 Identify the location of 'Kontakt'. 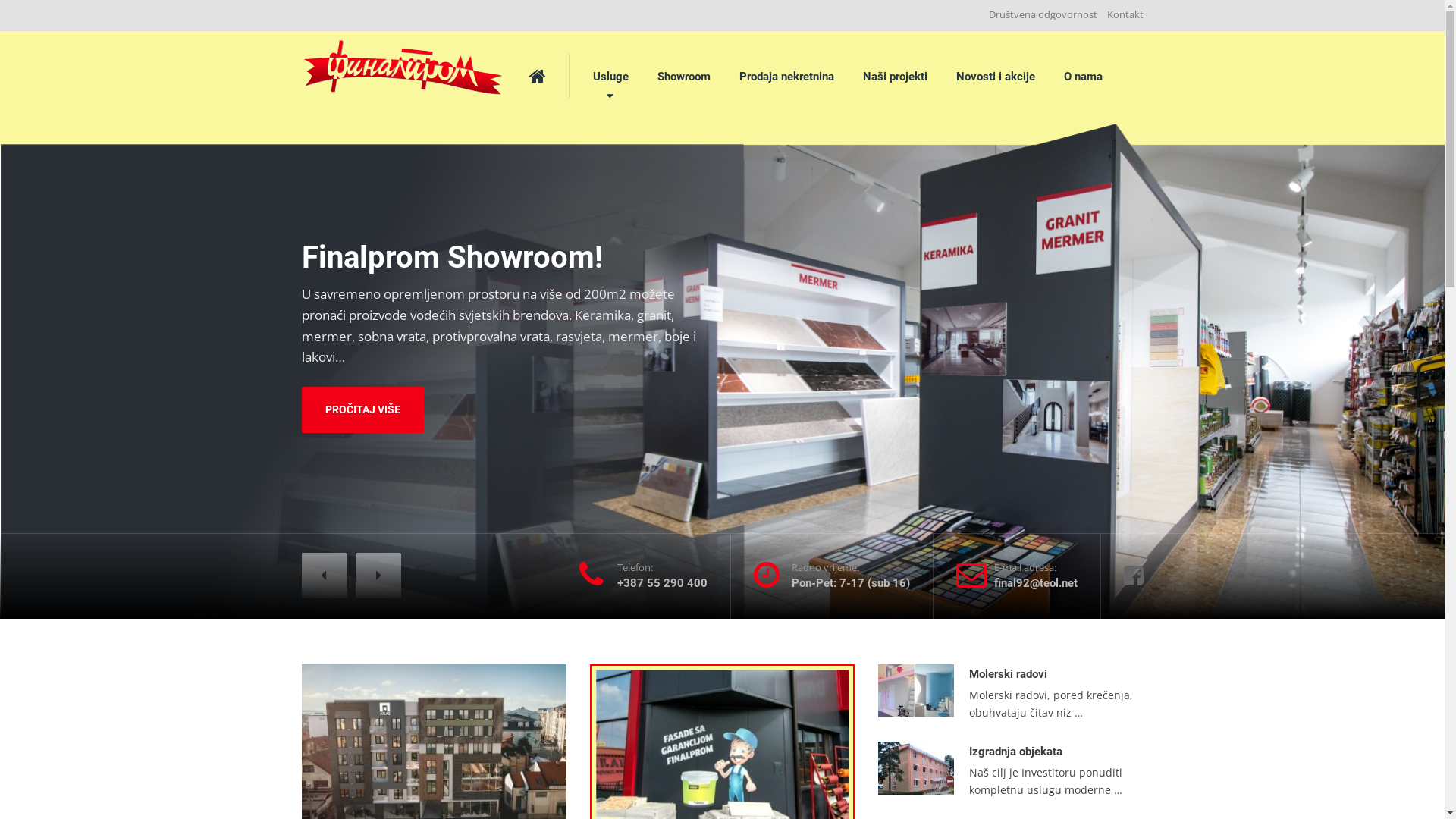
(1122, 14).